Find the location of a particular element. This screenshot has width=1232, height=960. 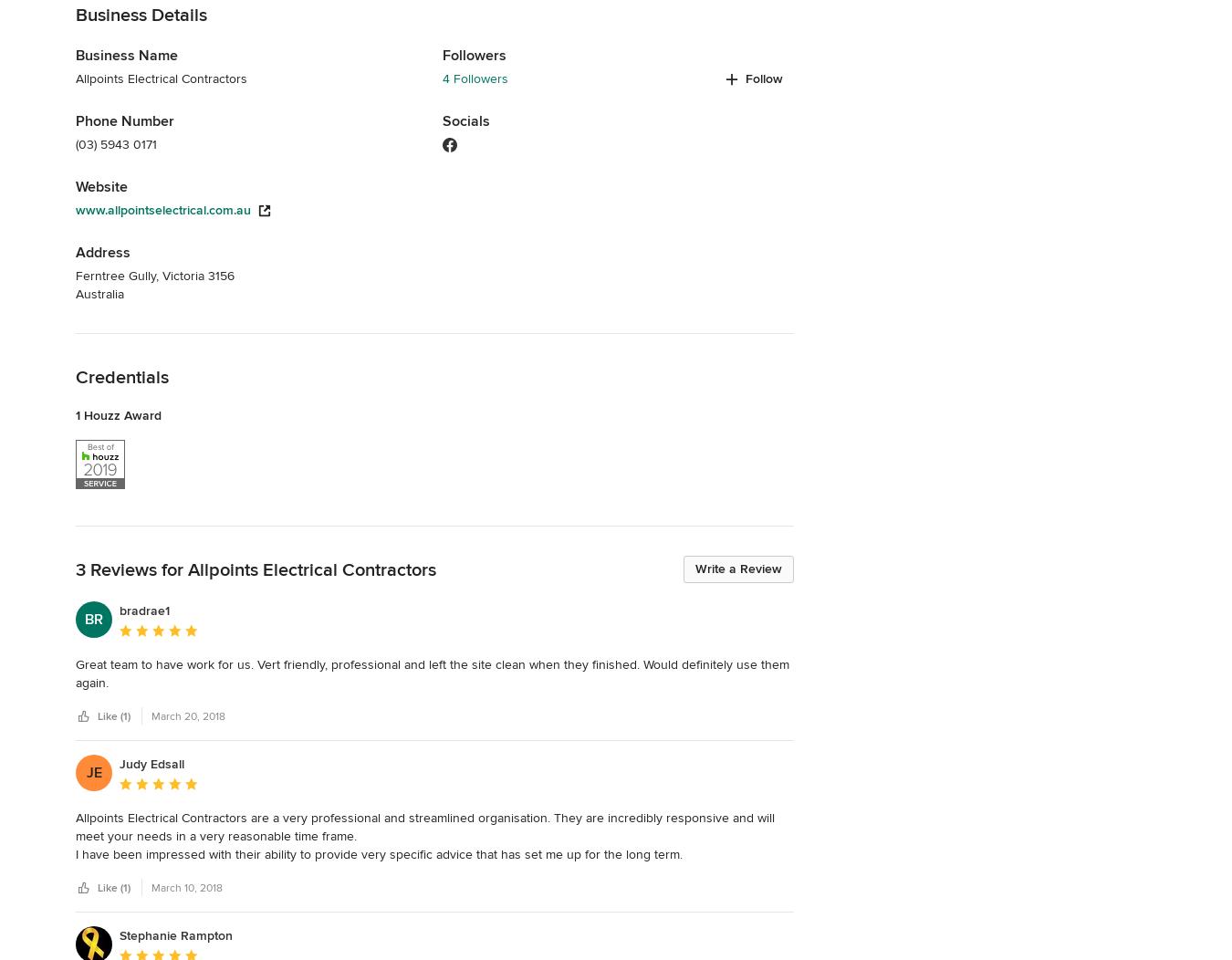

'3 Reviews for Allpoints Electrical Contractors' is located at coordinates (255, 569).